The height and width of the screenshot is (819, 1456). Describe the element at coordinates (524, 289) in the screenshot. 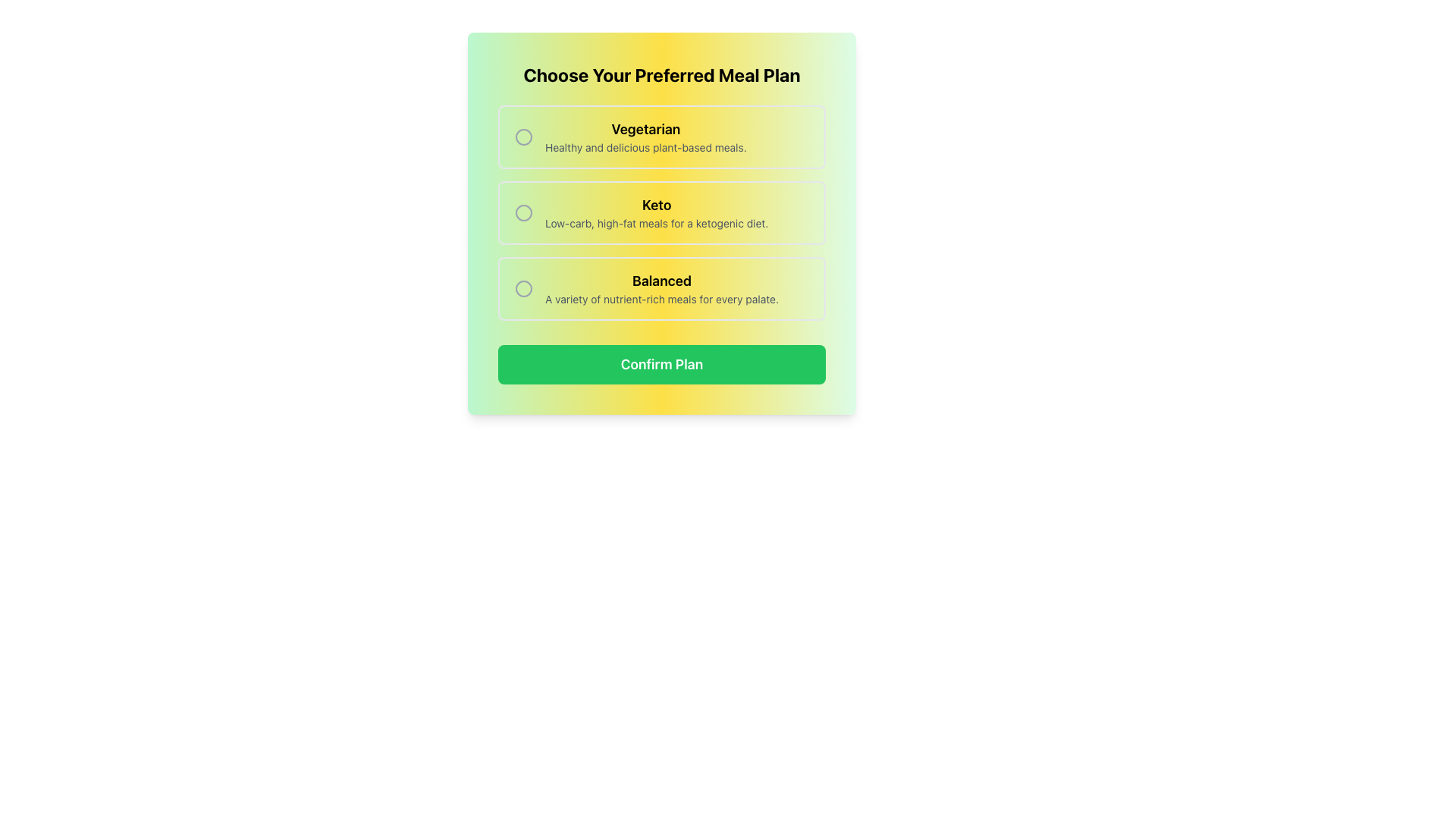

I see `the unselected circular radio button for the 'Balanced' meal plan option` at that location.